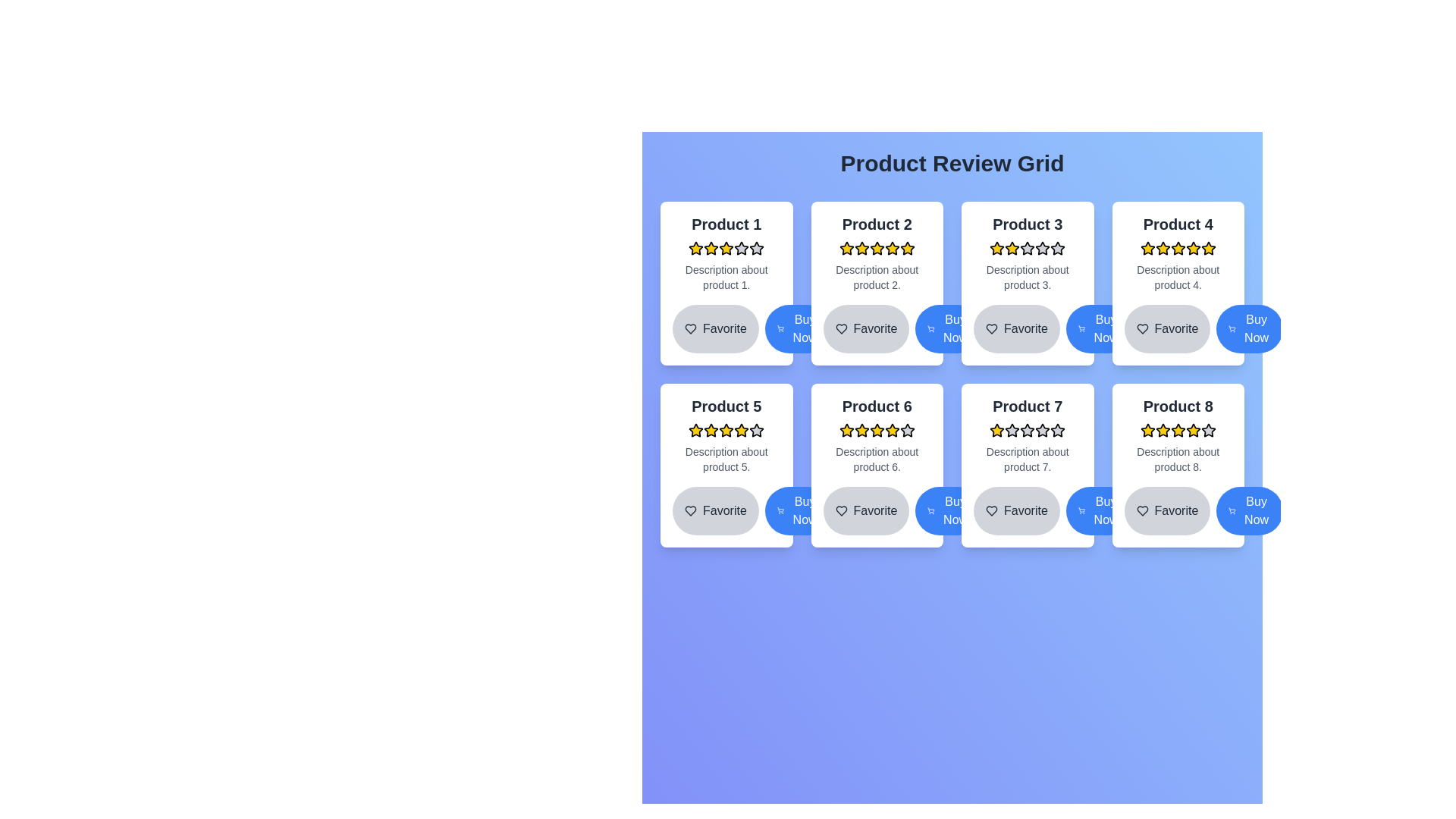 The width and height of the screenshot is (1456, 819). What do you see at coordinates (907, 247) in the screenshot?
I see `the third star icon in the 5-star rating system for 'Product 2', which is located in the top row, second column of the grid interface` at bounding box center [907, 247].